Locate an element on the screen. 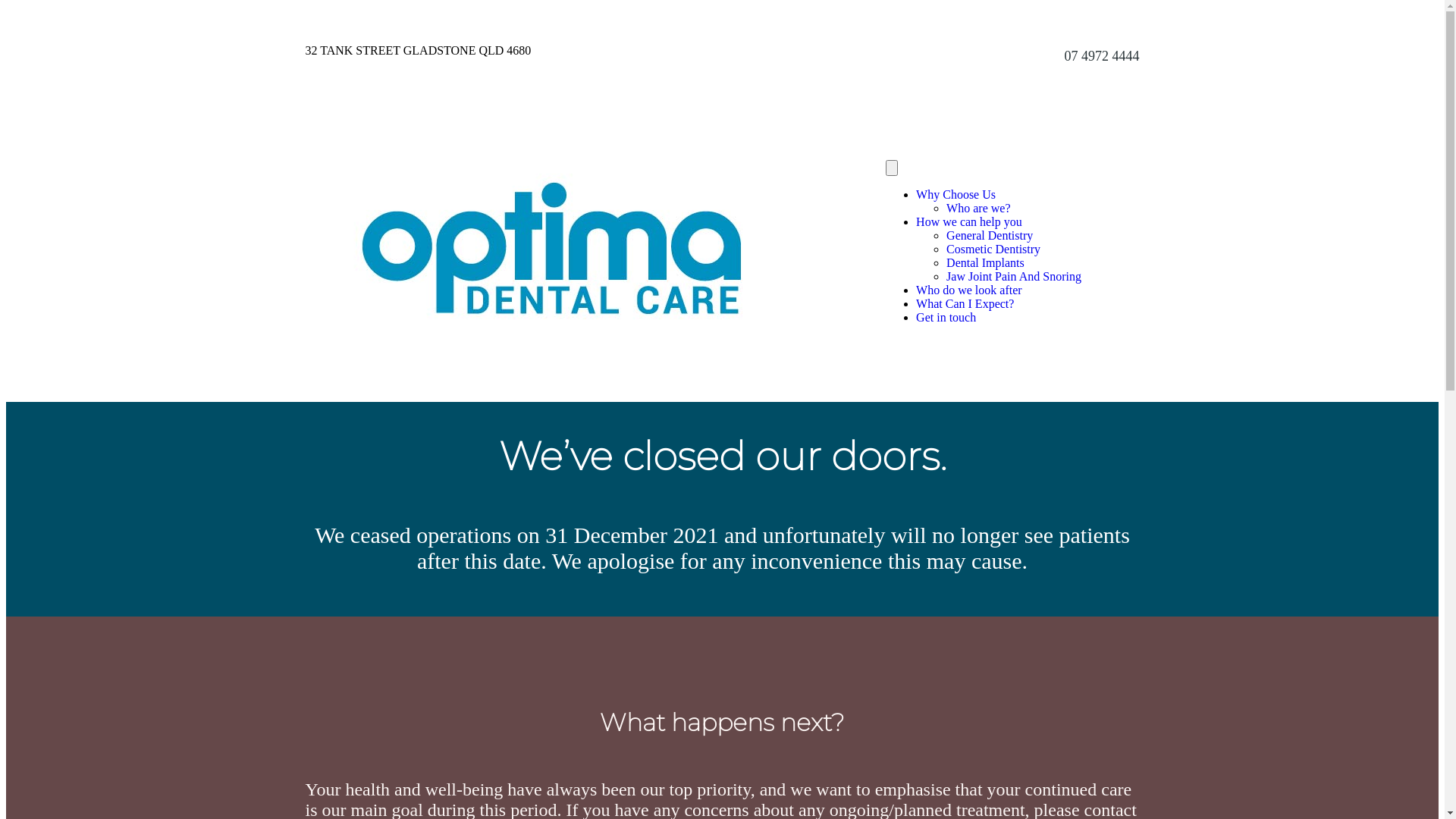 Image resolution: width=1456 pixels, height=819 pixels. 'Who do we look after' is located at coordinates (968, 290).